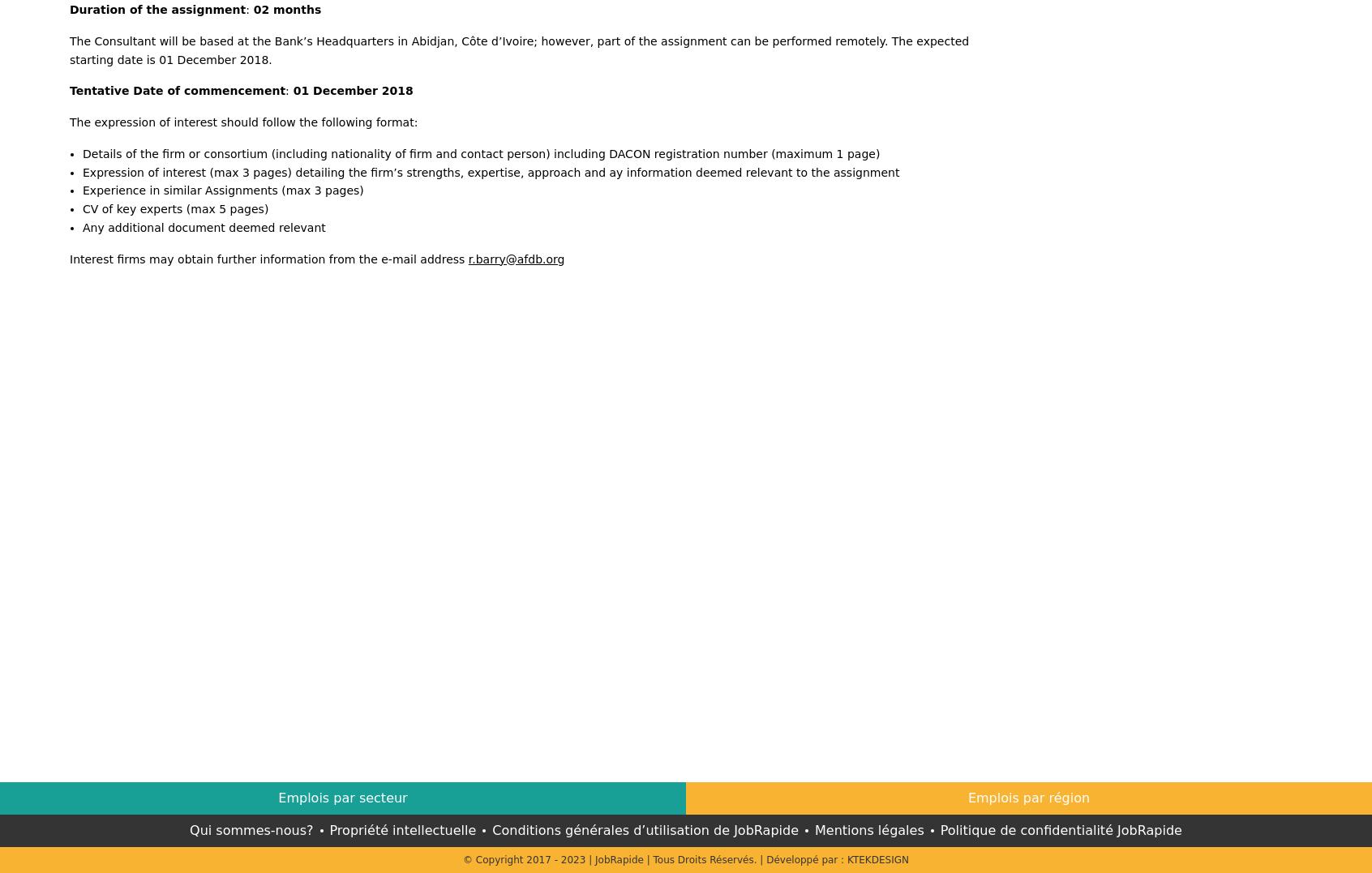 The image size is (1372, 873). What do you see at coordinates (250, 828) in the screenshot?
I see `'Qui sommes-nous?'` at bounding box center [250, 828].